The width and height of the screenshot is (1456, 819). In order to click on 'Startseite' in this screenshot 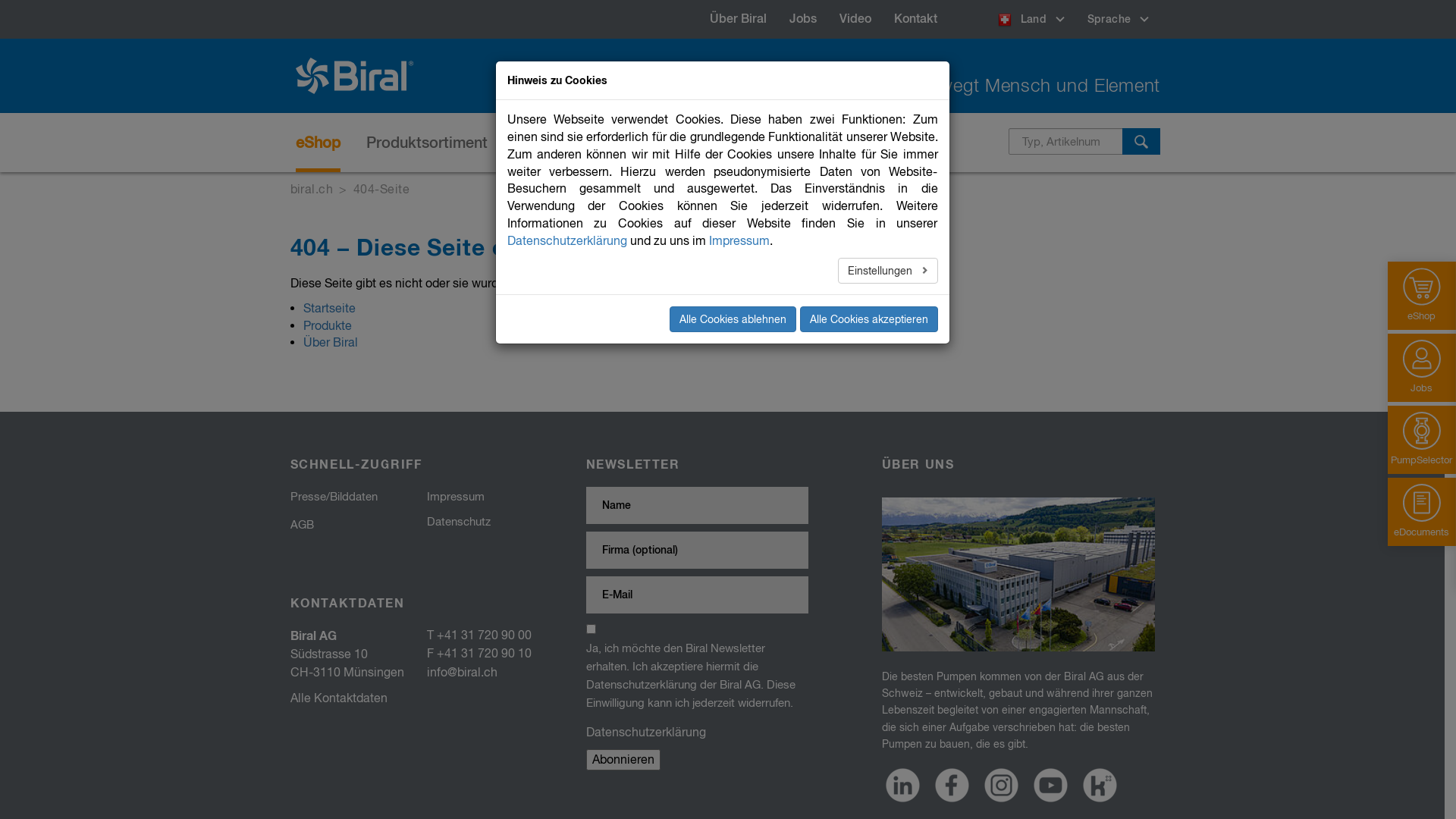, I will do `click(328, 307)`.